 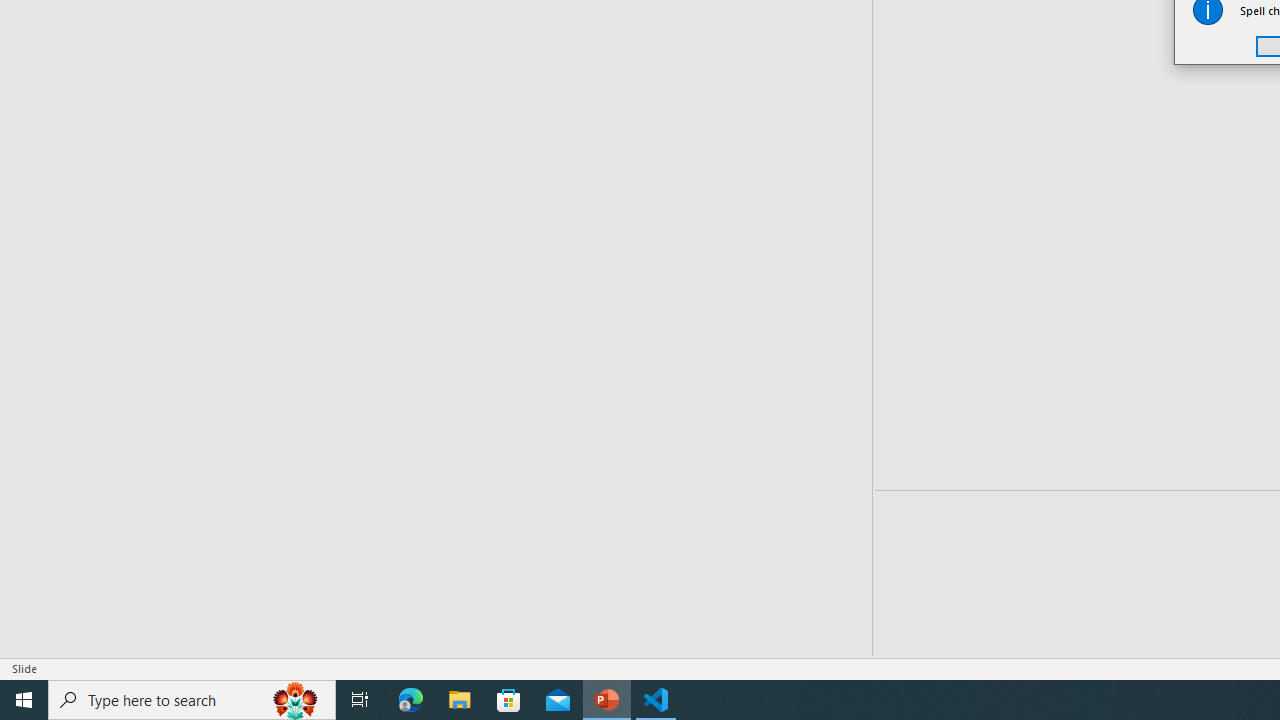 What do you see at coordinates (509, 698) in the screenshot?
I see `'Microsoft Store'` at bounding box center [509, 698].